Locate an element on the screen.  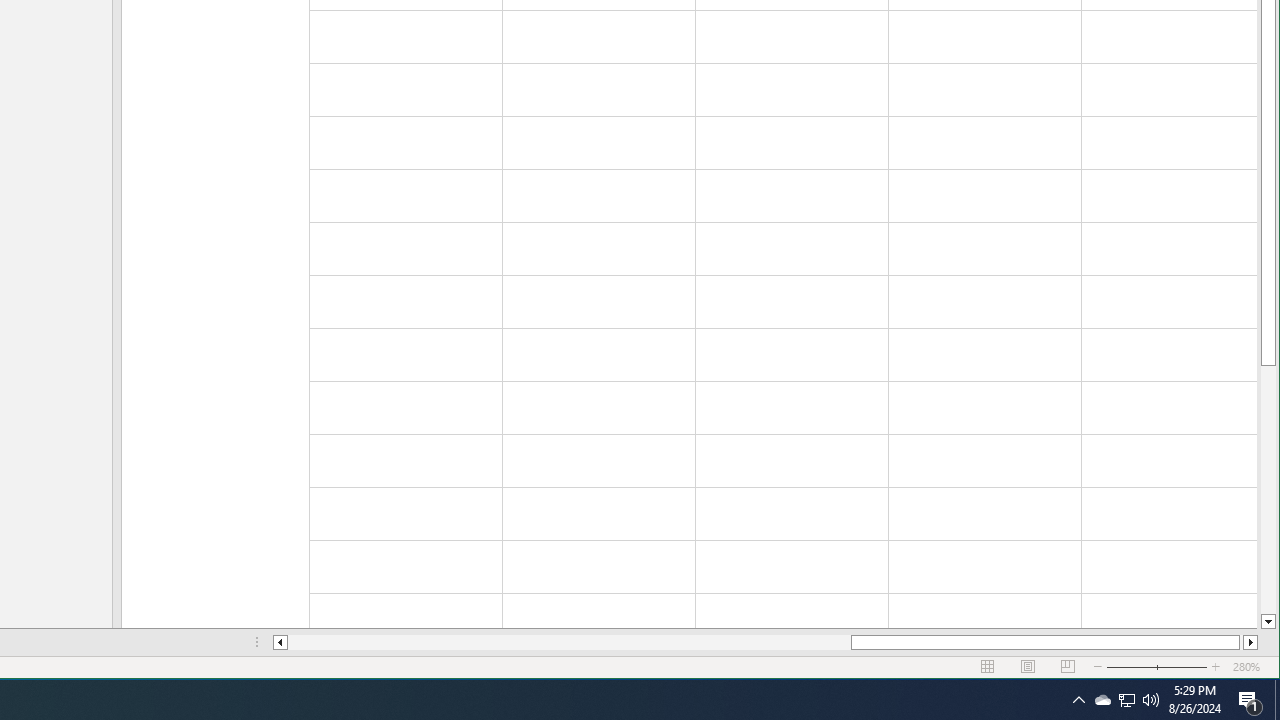
'Notification Chevron' is located at coordinates (1078, 698).